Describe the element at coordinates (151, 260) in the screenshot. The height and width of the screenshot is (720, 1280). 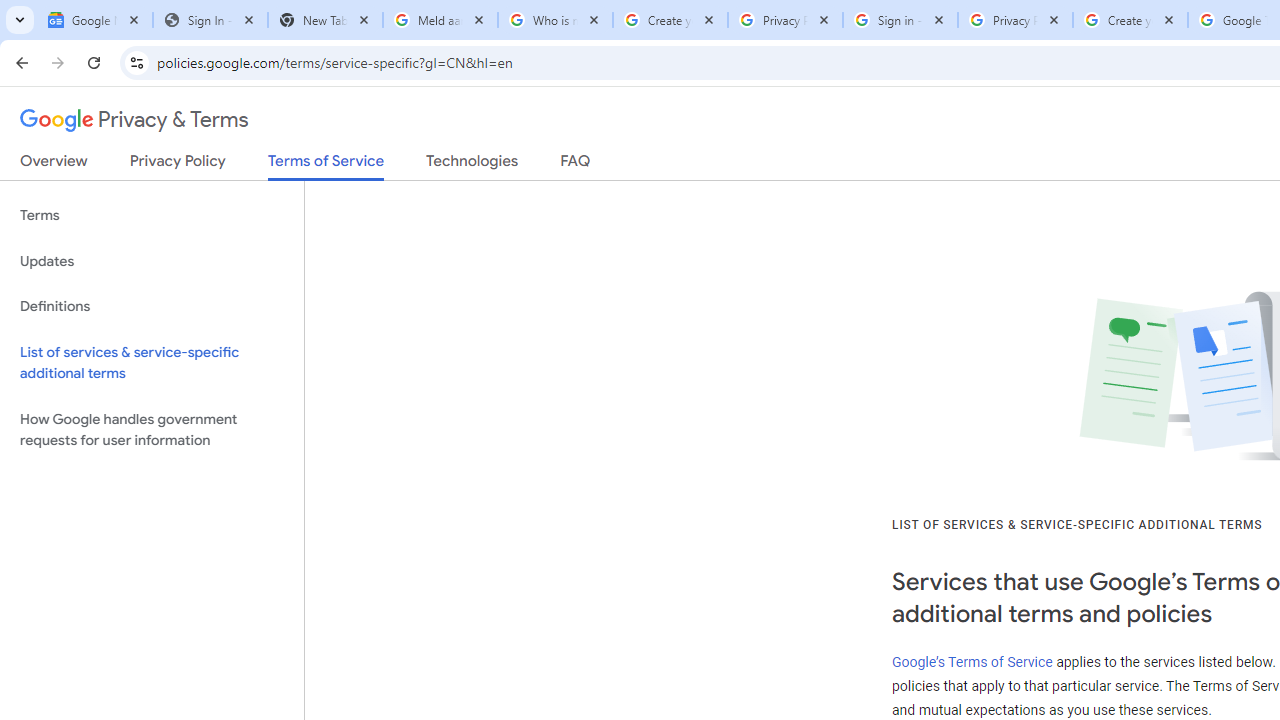
I see `'Updates'` at that location.